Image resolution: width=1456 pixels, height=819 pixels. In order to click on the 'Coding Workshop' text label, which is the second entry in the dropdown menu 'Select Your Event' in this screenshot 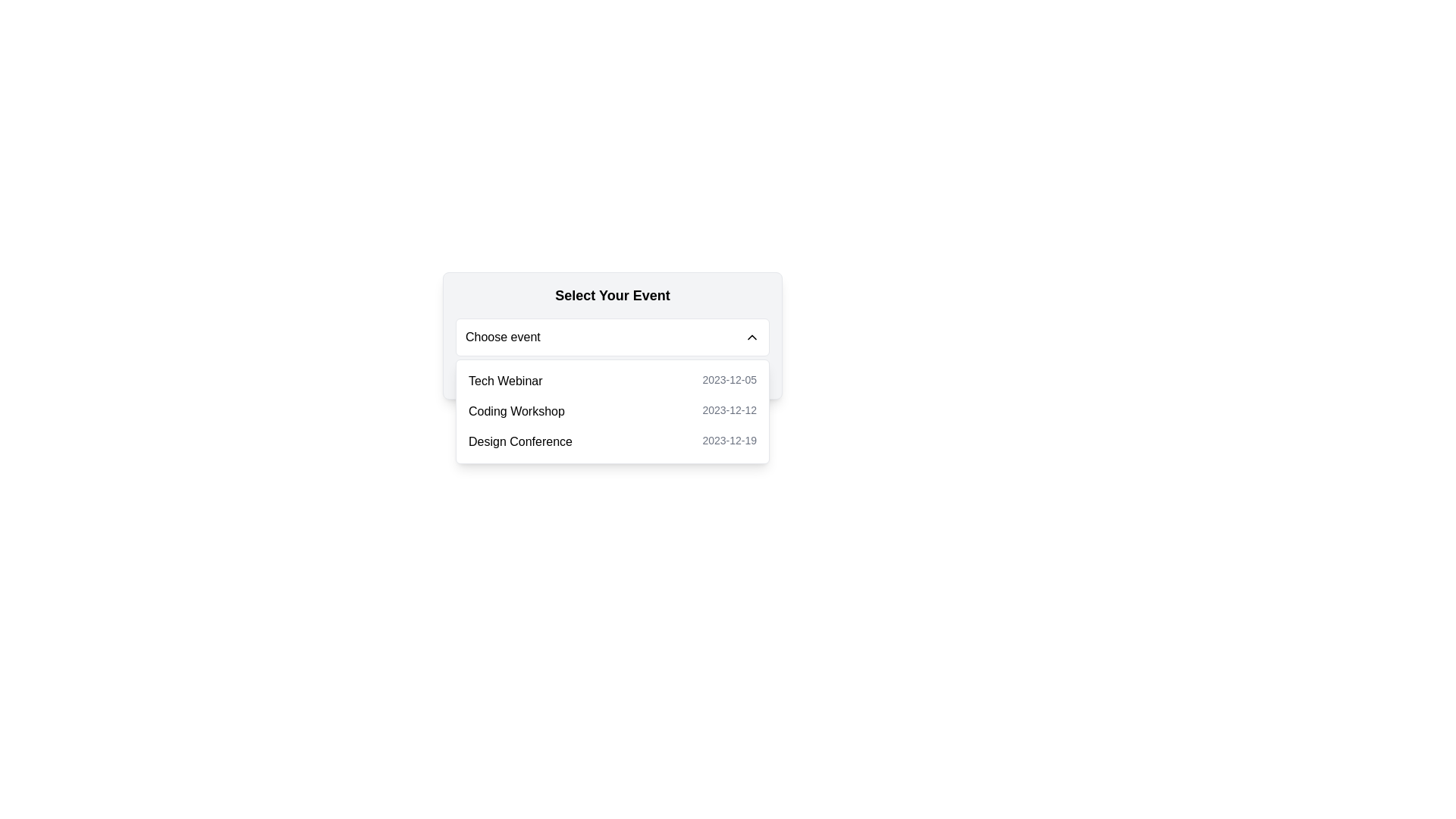, I will do `click(516, 412)`.